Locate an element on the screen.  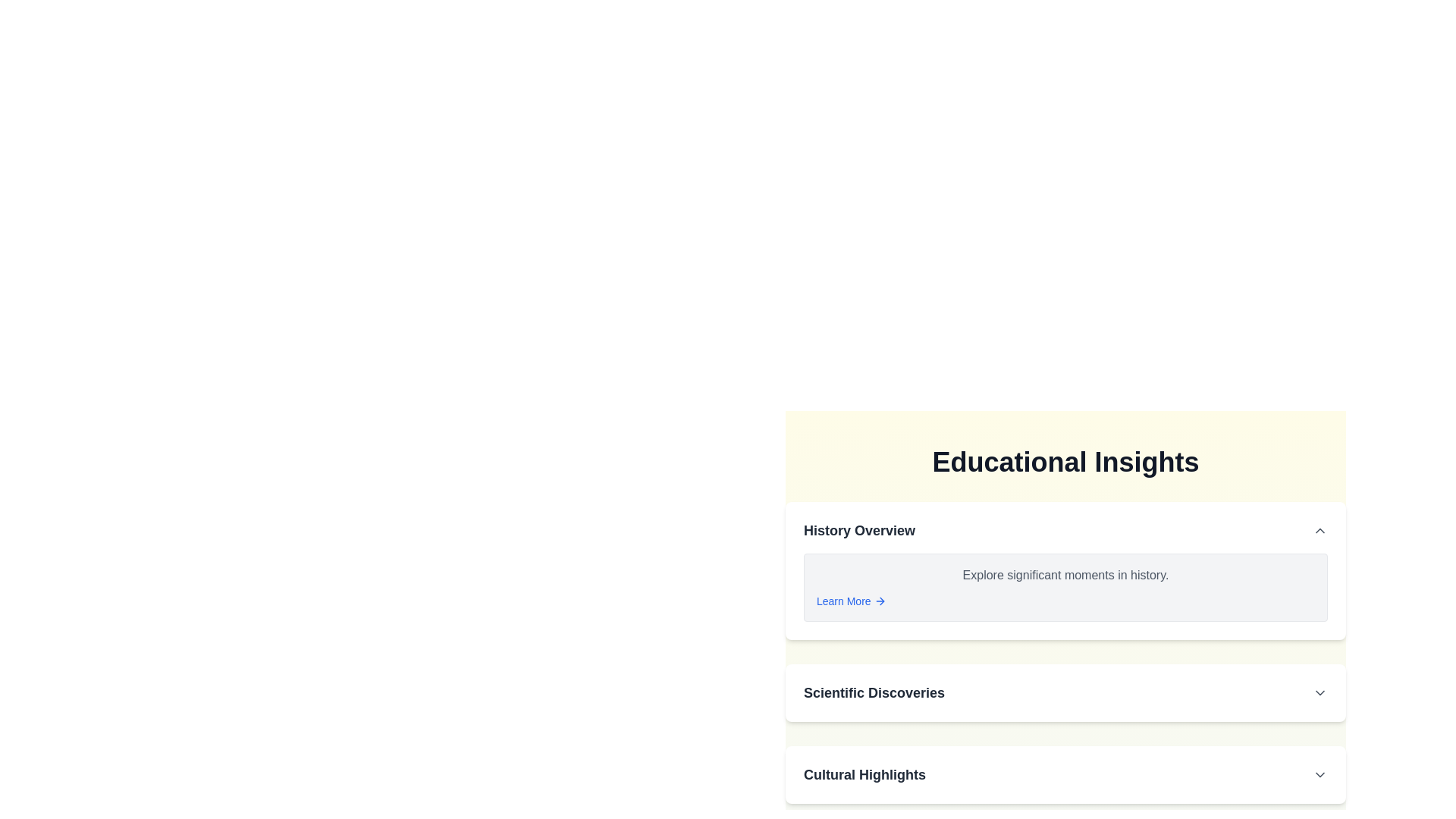
the text label that serves as a header or title for a section, encouraging users is located at coordinates (864, 775).